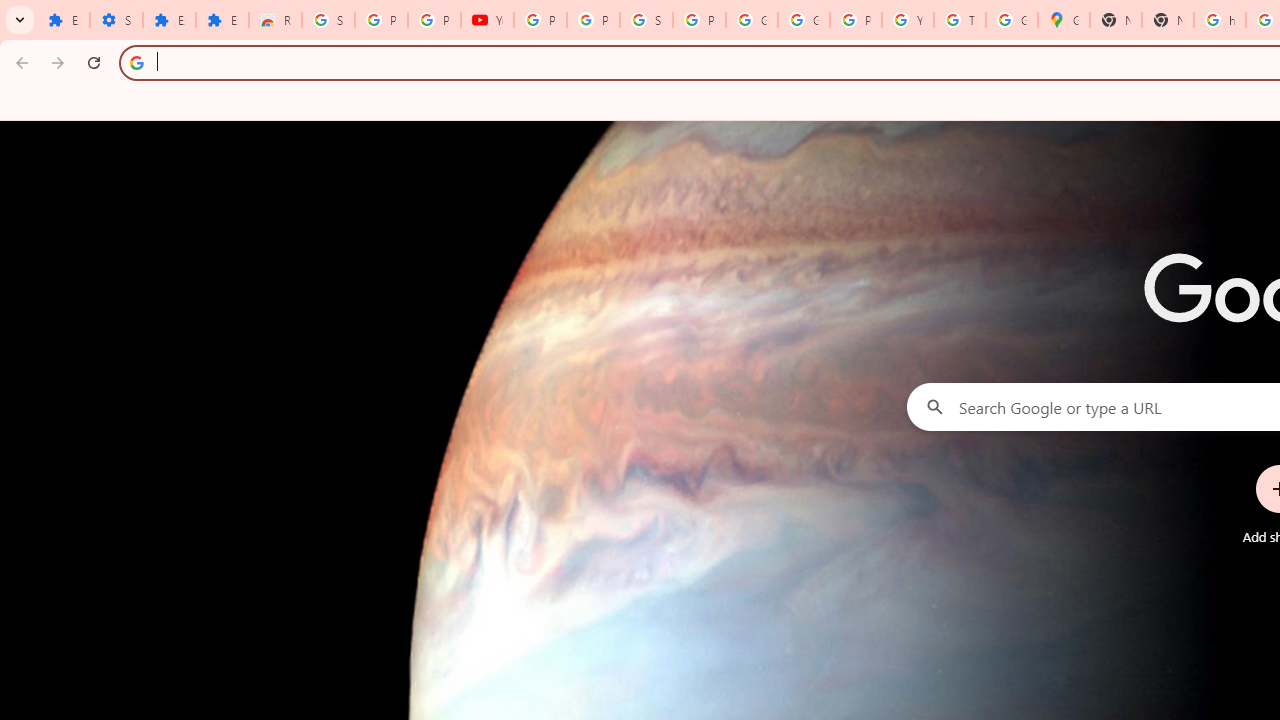 Image resolution: width=1280 pixels, height=720 pixels. I want to click on 'Extensions', so click(169, 20).